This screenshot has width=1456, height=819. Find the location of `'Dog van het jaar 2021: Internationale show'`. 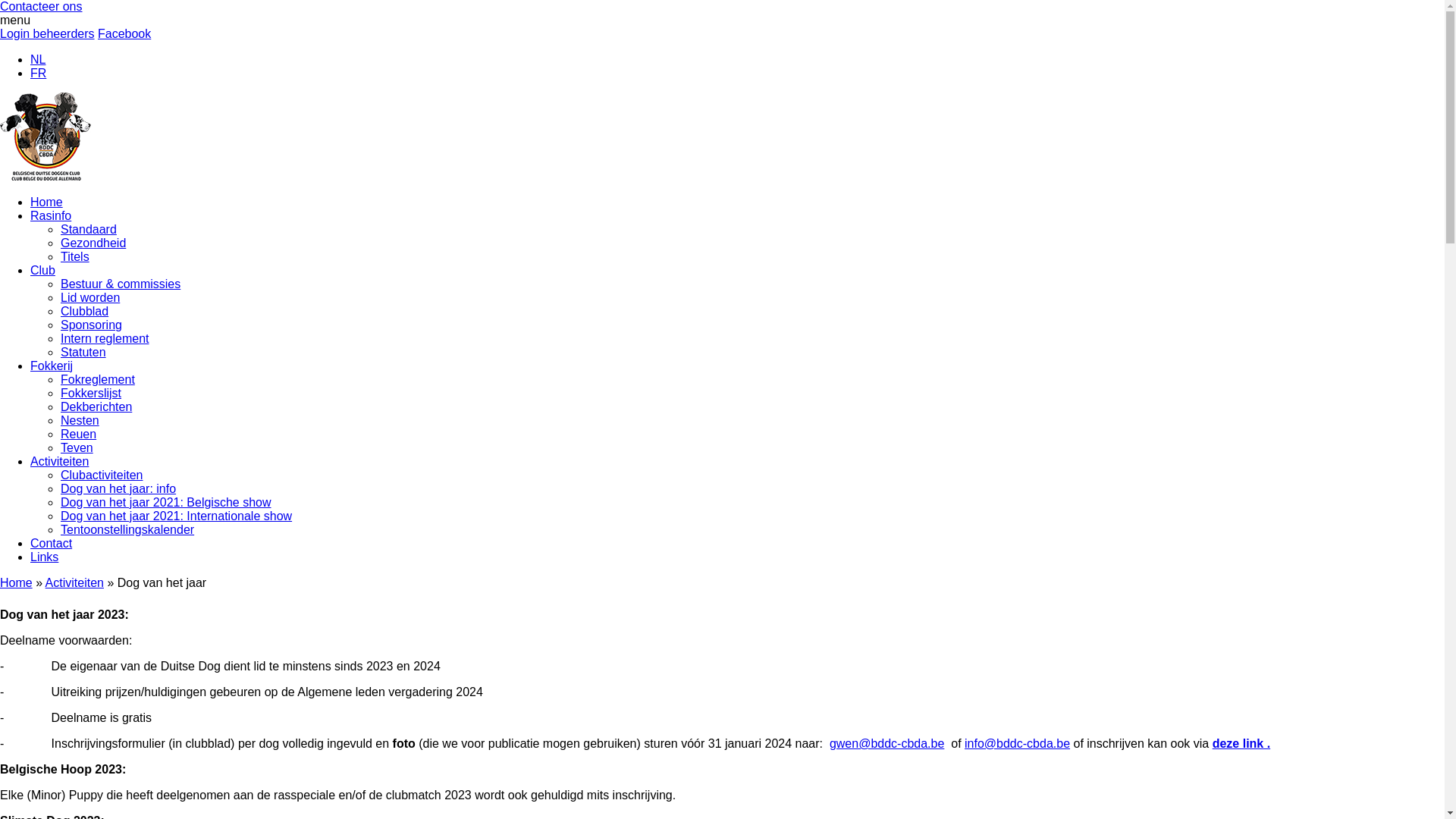

'Dog van het jaar 2021: Internationale show' is located at coordinates (176, 515).